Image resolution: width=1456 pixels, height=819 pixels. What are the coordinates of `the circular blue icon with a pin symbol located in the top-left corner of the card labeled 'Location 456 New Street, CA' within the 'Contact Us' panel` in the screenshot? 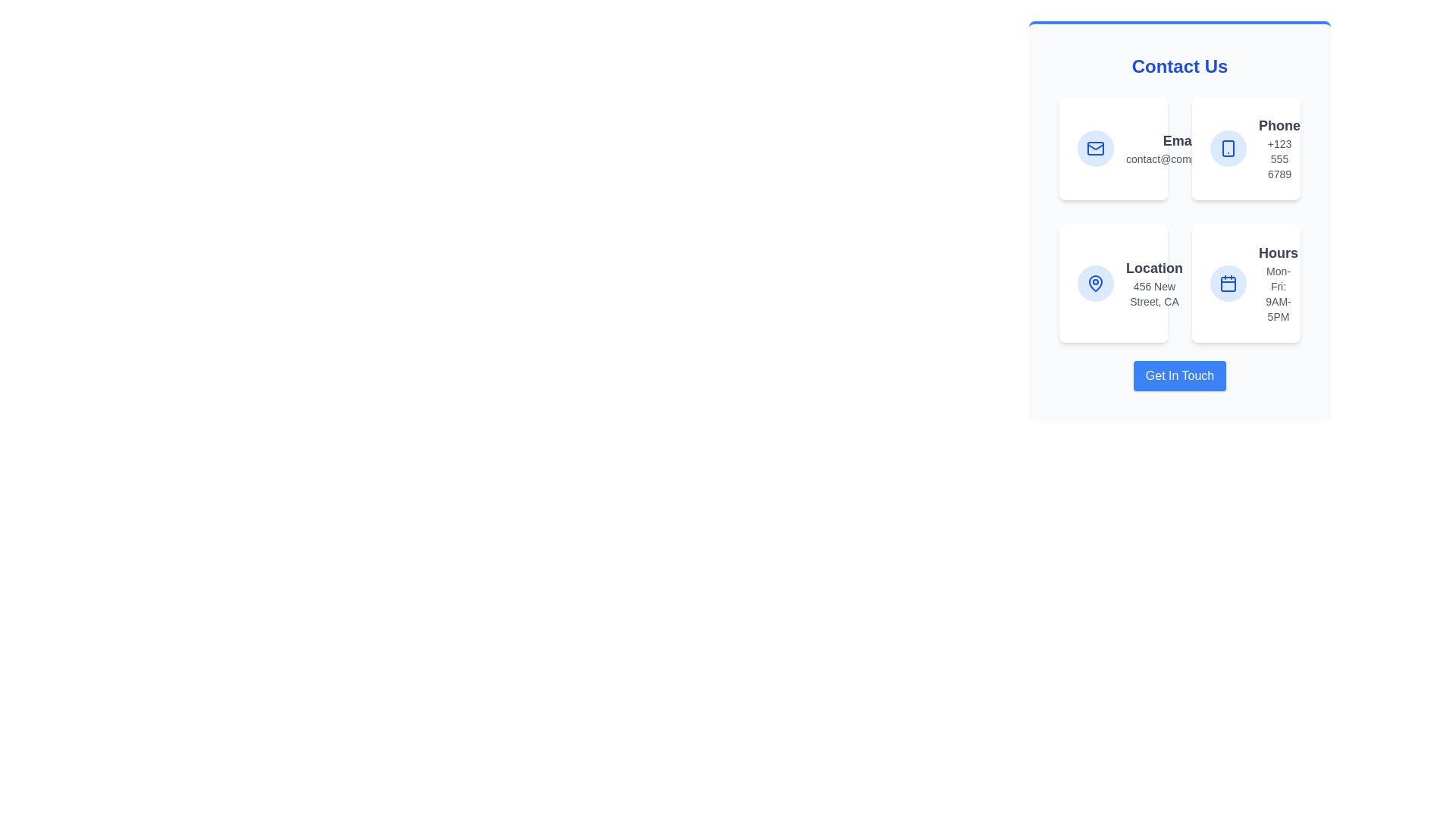 It's located at (1095, 284).